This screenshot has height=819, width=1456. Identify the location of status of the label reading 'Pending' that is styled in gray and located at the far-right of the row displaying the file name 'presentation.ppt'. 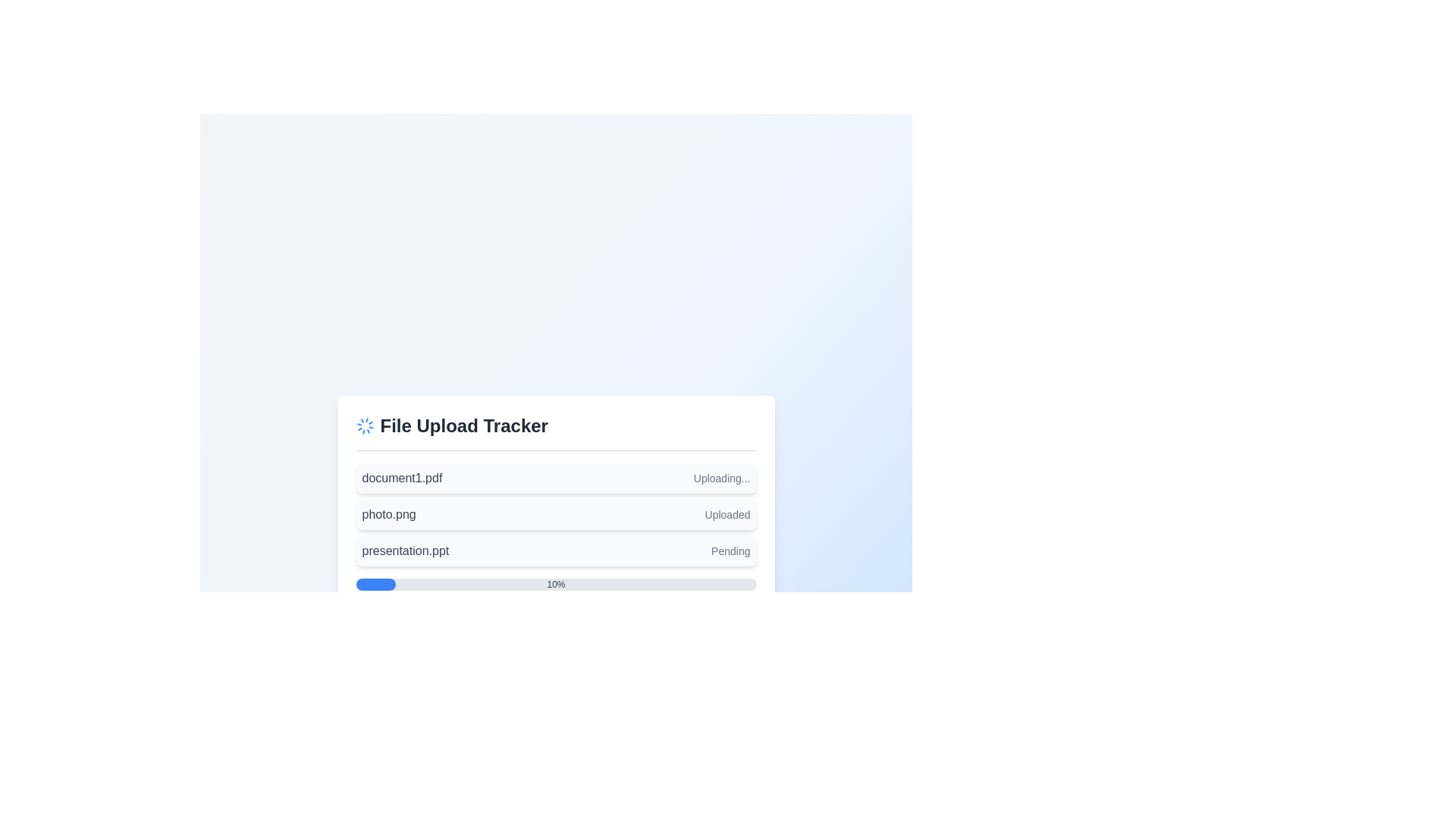
(730, 551).